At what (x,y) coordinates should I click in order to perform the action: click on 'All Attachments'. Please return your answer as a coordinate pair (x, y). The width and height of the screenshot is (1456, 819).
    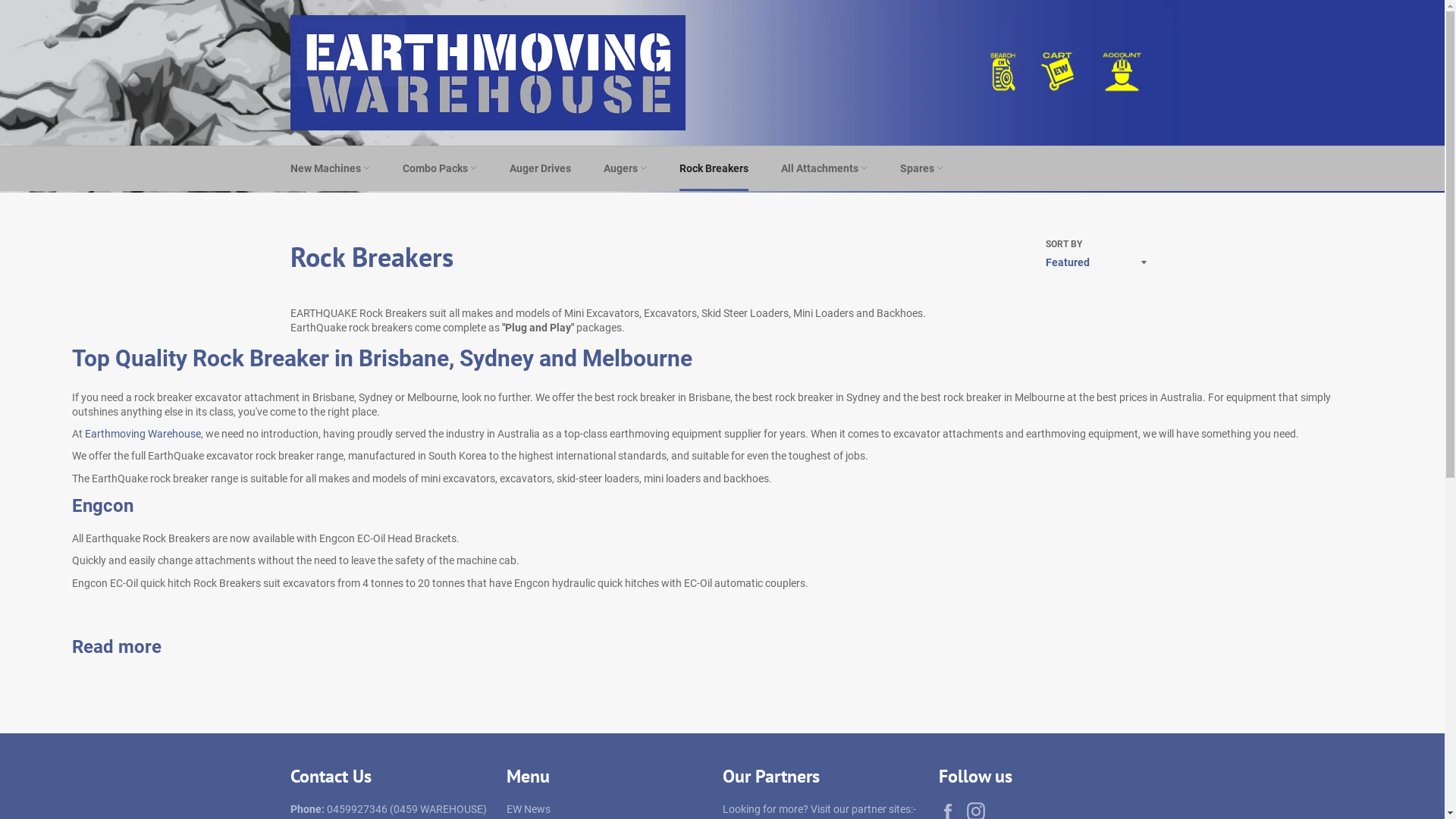
    Looking at the image, I should click on (765, 168).